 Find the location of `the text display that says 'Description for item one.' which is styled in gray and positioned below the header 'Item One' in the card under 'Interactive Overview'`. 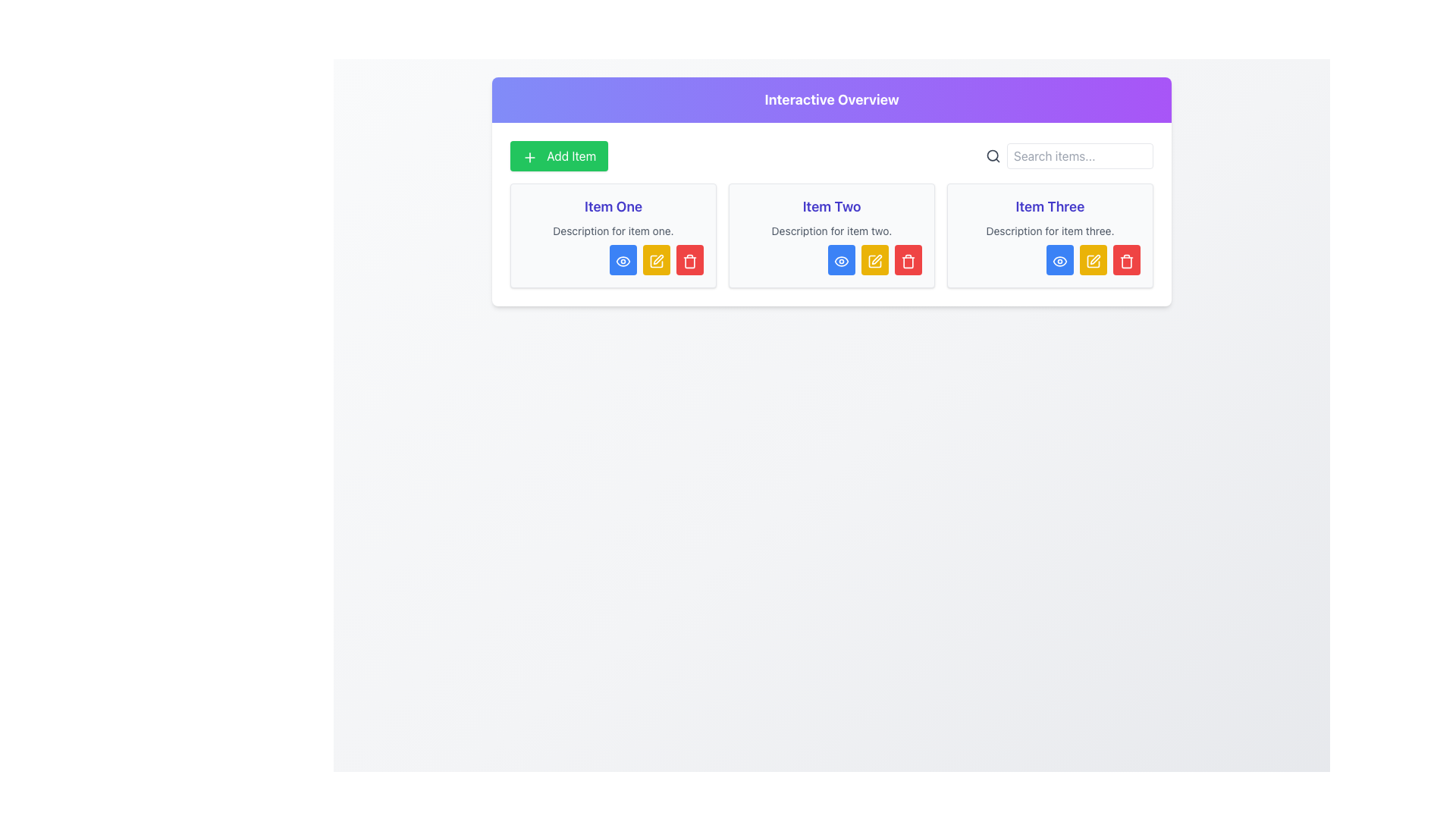

the text display that says 'Description for item one.' which is styled in gray and positioned below the header 'Item One' in the card under 'Interactive Overview' is located at coordinates (613, 231).